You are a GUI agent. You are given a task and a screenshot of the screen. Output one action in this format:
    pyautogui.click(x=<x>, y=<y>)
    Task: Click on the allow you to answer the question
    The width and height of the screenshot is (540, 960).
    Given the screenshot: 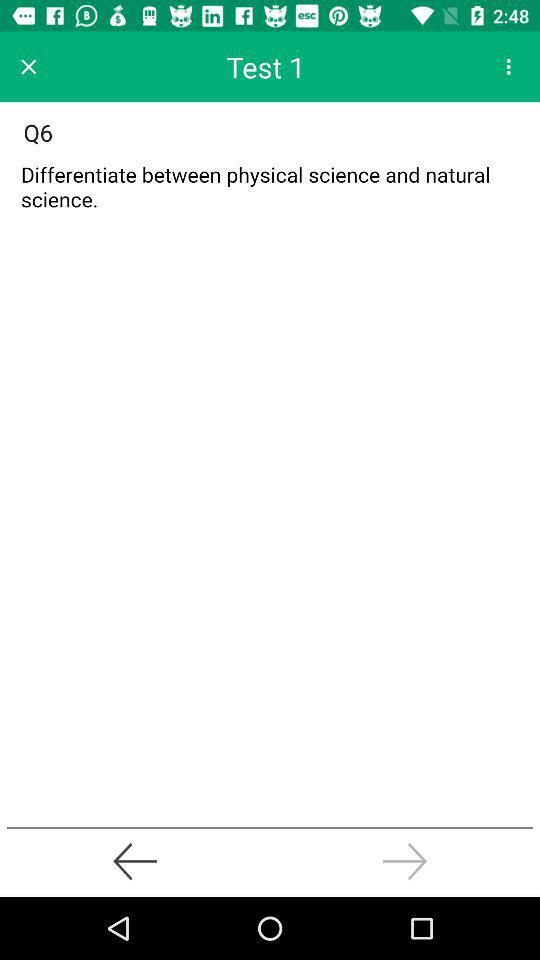 What is the action you would take?
    pyautogui.click(x=270, y=192)
    